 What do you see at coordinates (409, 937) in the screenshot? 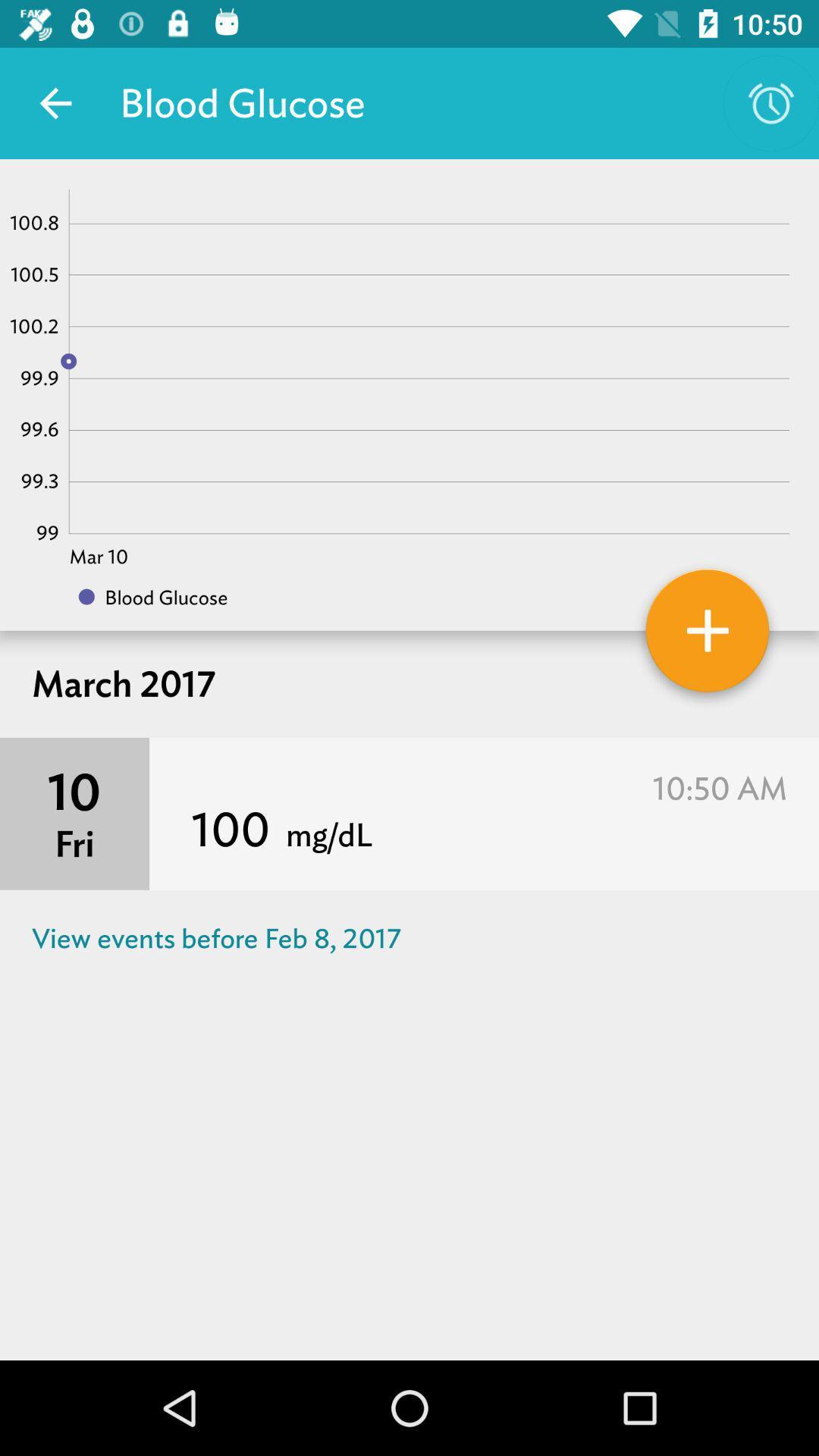
I see `view events before item` at bounding box center [409, 937].